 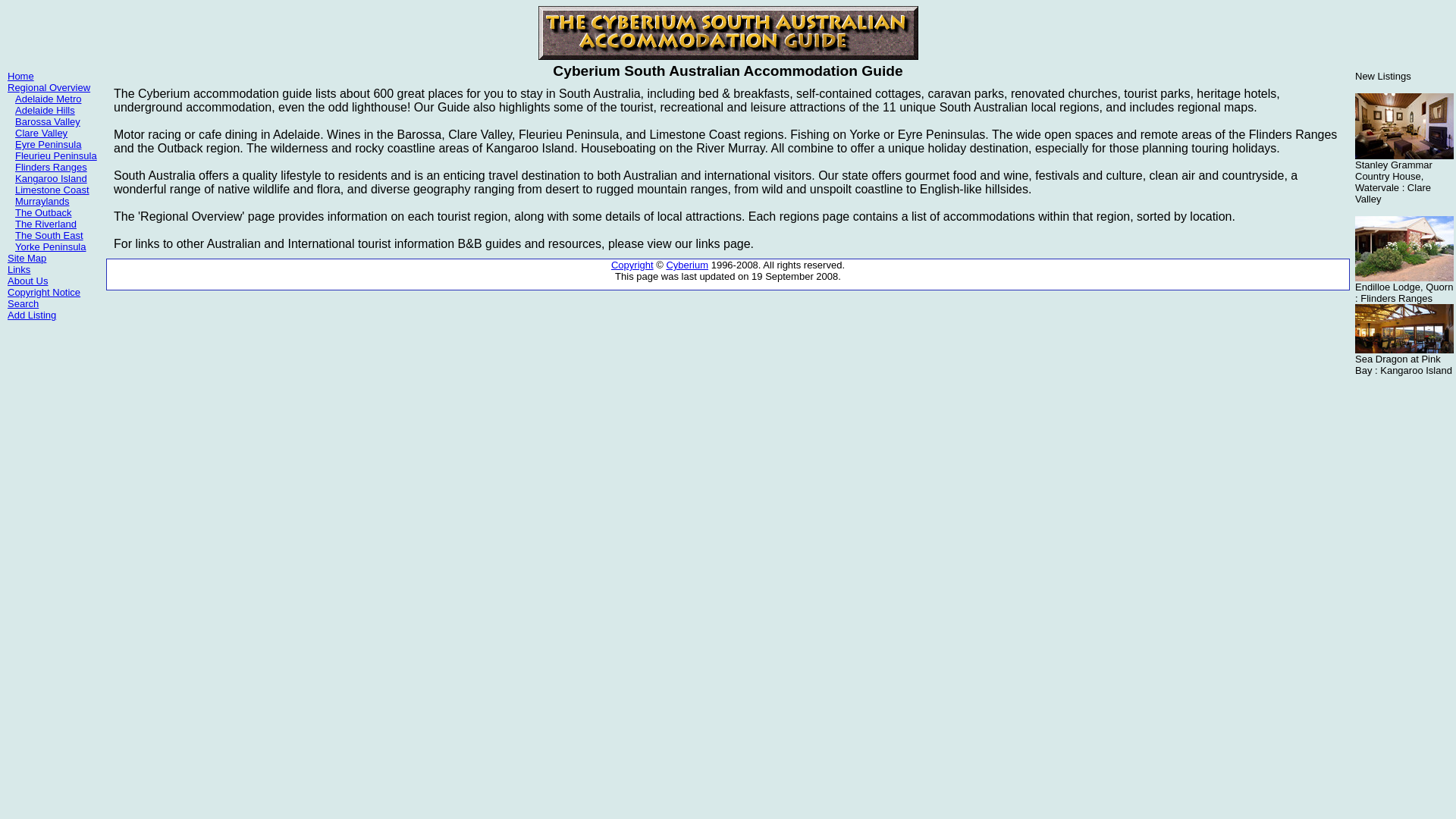 What do you see at coordinates (14, 235) in the screenshot?
I see `'The South East'` at bounding box center [14, 235].